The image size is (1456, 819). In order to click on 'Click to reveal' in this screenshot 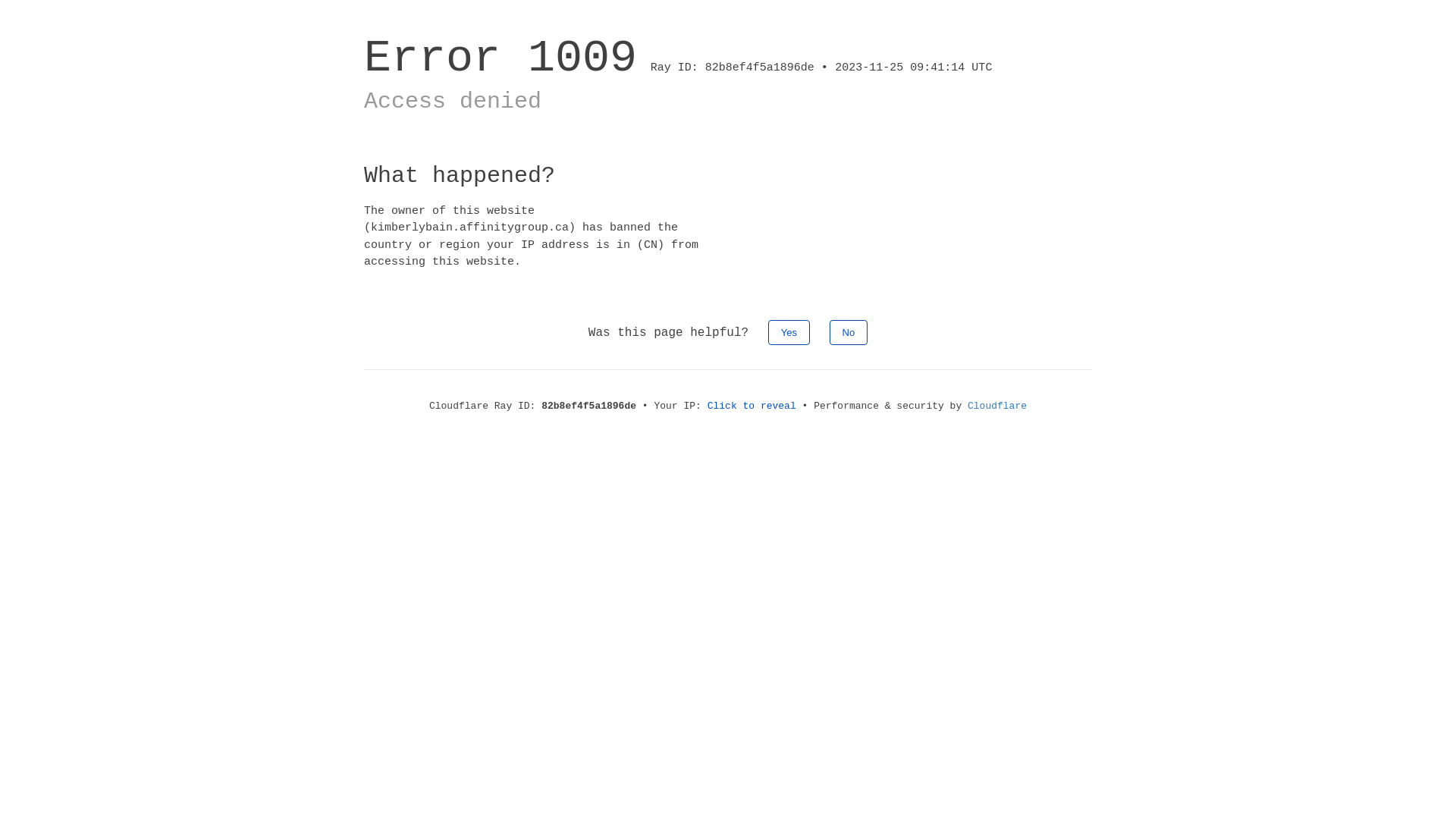, I will do `click(752, 405)`.